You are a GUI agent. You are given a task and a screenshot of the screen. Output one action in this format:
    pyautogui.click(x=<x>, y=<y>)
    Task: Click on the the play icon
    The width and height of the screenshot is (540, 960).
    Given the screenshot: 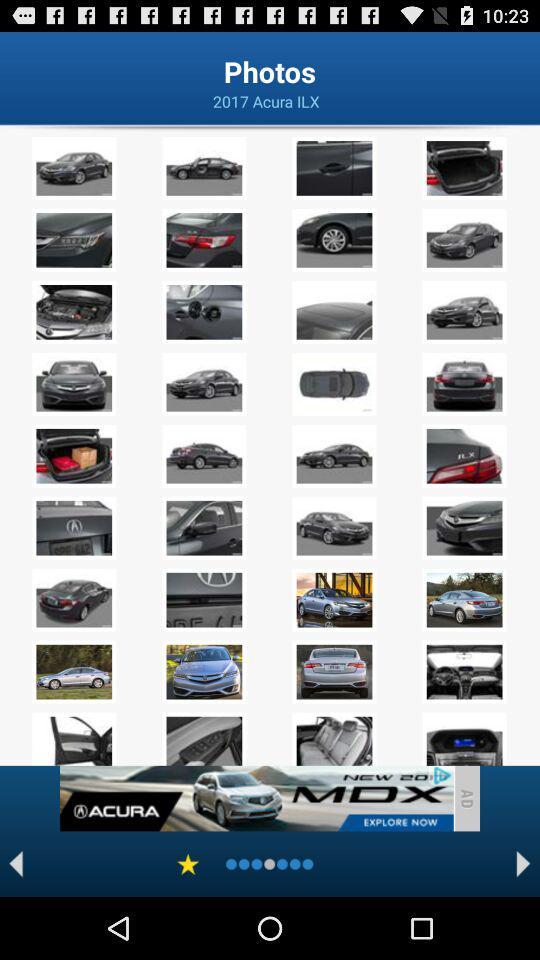 What is the action you would take?
    pyautogui.click(x=523, y=924)
    